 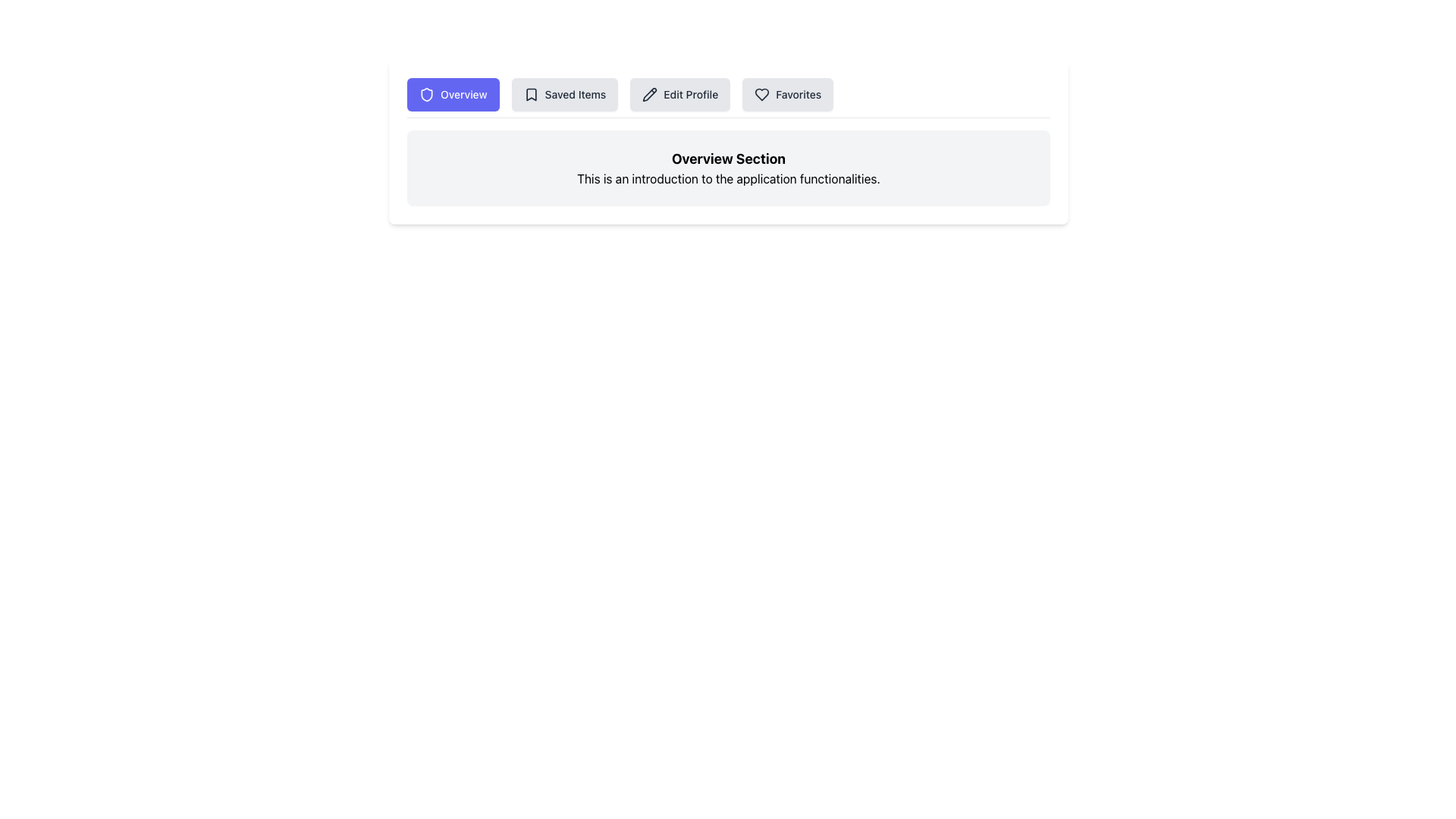 I want to click on the icon located immediately to the left of the text 'Saved Items' in the top navigation bar, which visually enriches the 'Saved Items' button, so click(x=531, y=94).